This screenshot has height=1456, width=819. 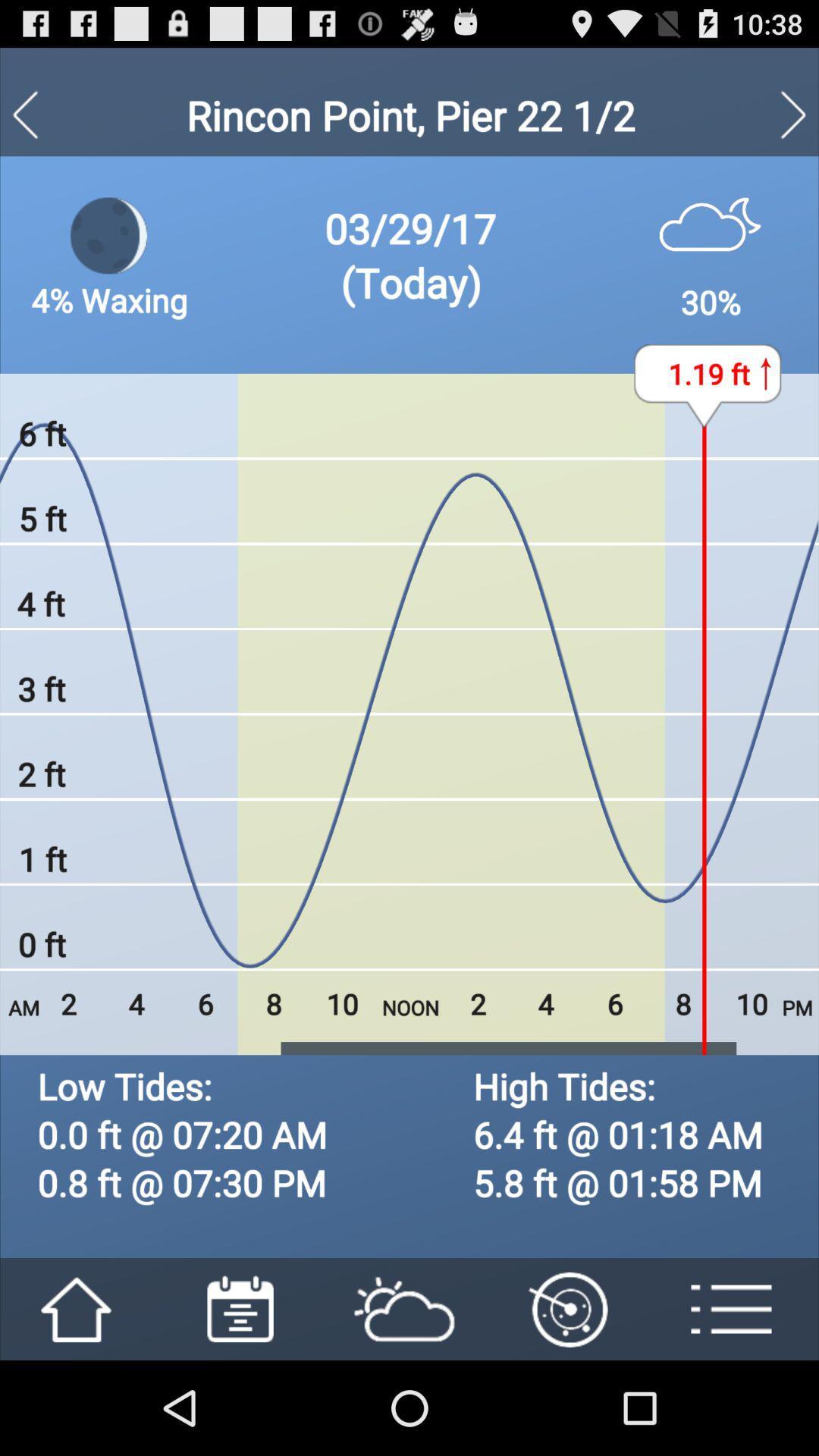 I want to click on the weather icon, so click(x=409, y=1272).